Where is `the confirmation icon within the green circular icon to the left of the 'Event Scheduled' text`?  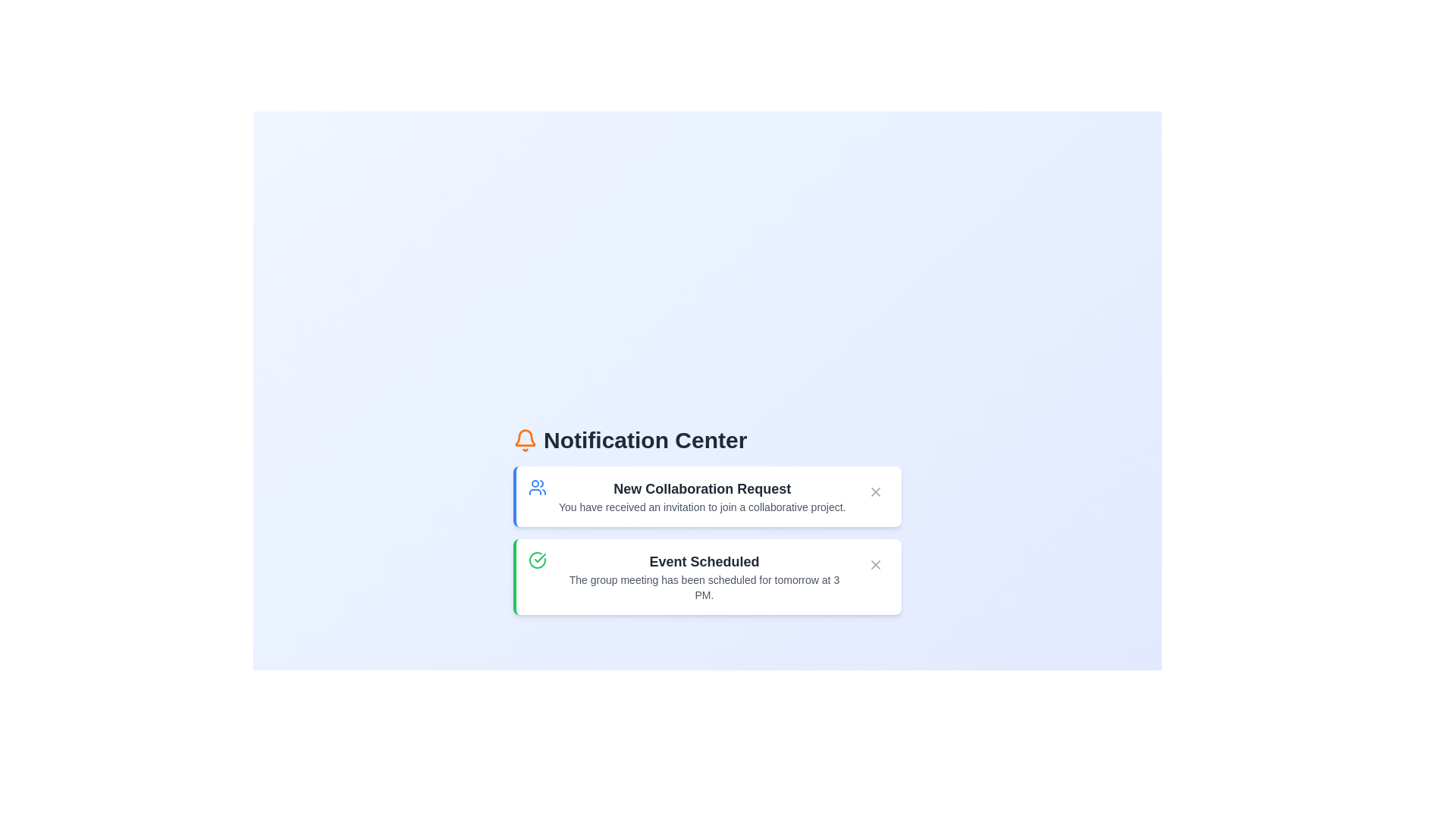
the confirmation icon within the green circular icon to the left of the 'Event Scheduled' text is located at coordinates (540, 558).